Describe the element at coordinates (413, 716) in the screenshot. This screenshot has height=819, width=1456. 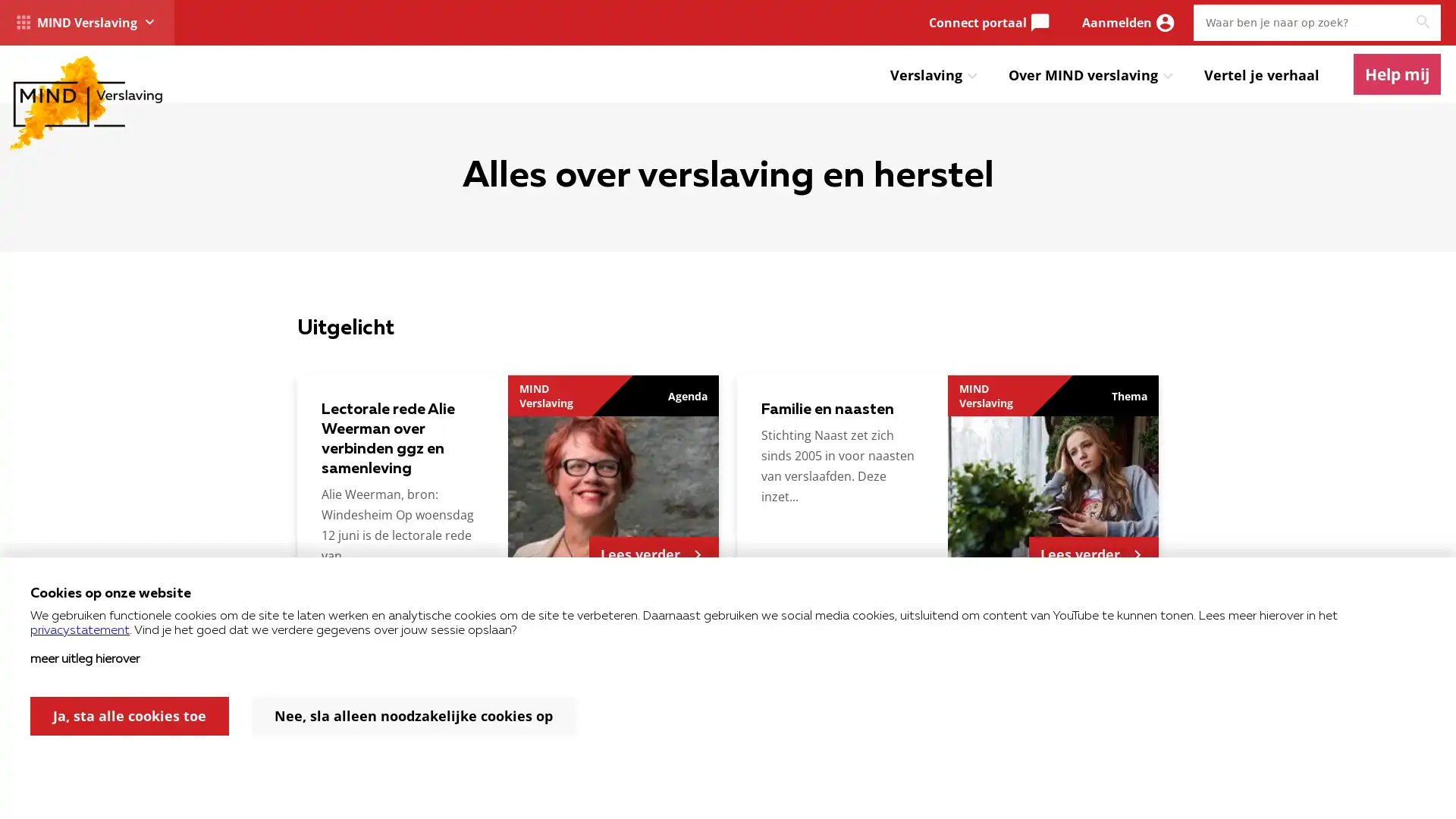
I see `Nee, sla alleen noodzakelijke cookies op` at that location.